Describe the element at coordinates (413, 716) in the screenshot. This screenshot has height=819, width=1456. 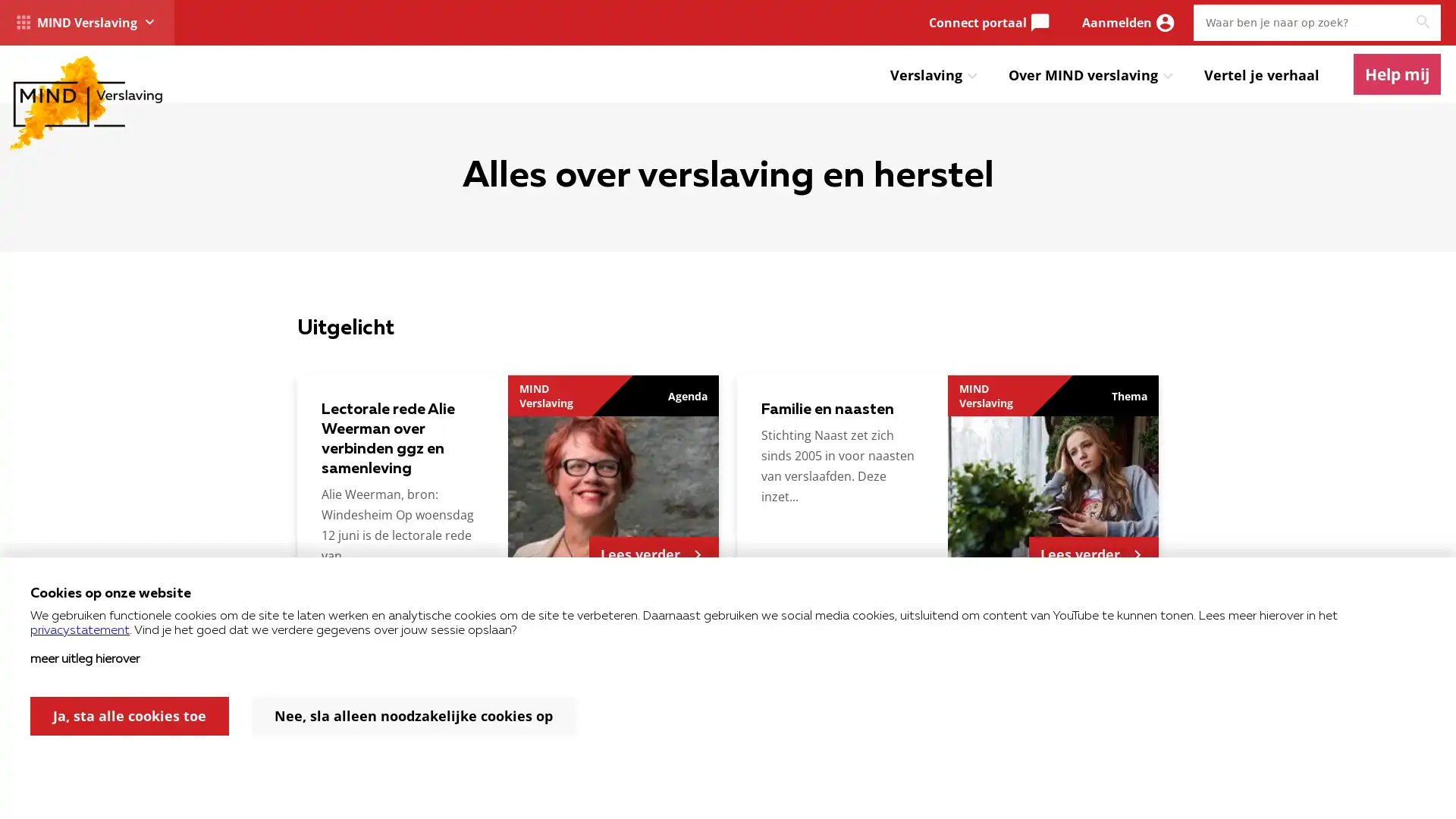
I see `Nee, sla alleen noodzakelijke cookies op` at that location.